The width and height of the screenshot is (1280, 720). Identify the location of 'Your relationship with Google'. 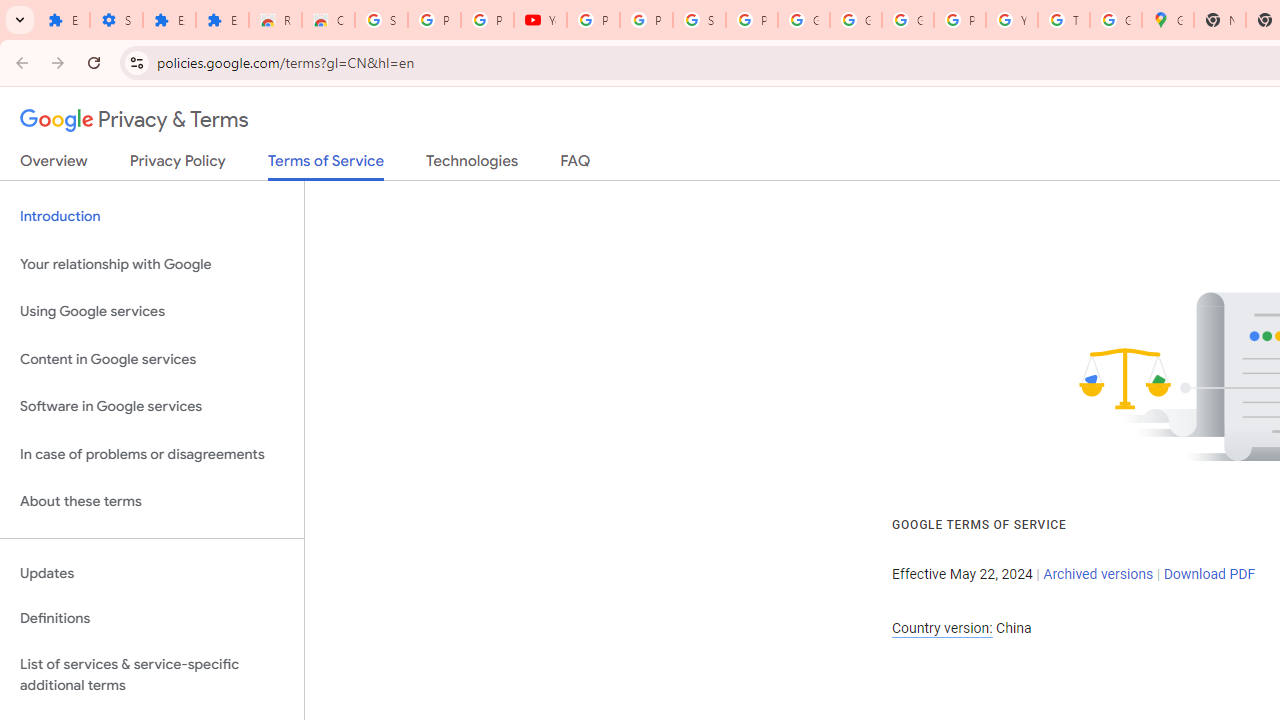
(151, 263).